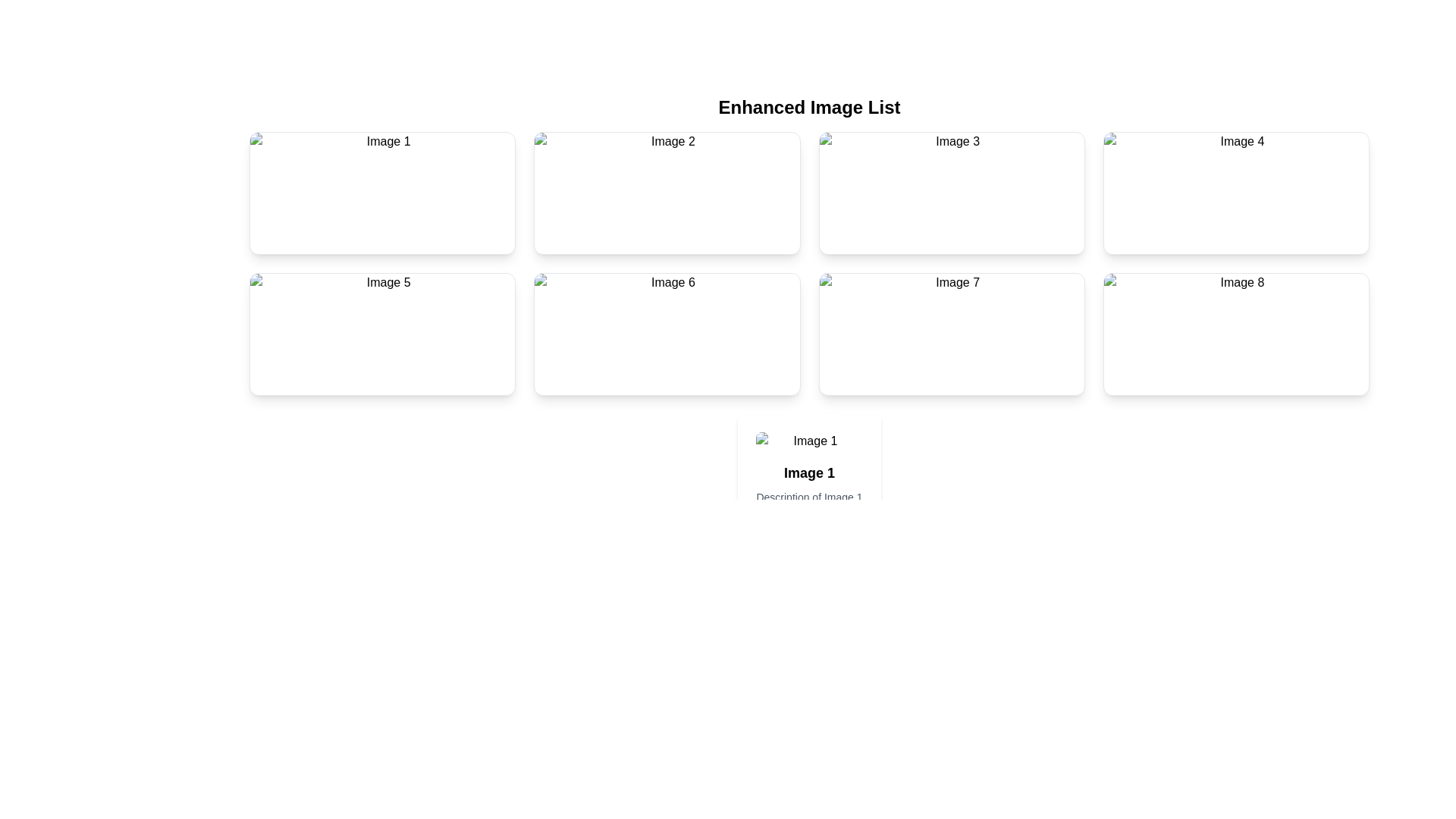 This screenshot has height=819, width=1456. Describe the element at coordinates (951, 333) in the screenshot. I see `the image that serves as a preview or thumbnail for the content in the seventh card of the grid layout, centered in the upper section of the card` at that location.